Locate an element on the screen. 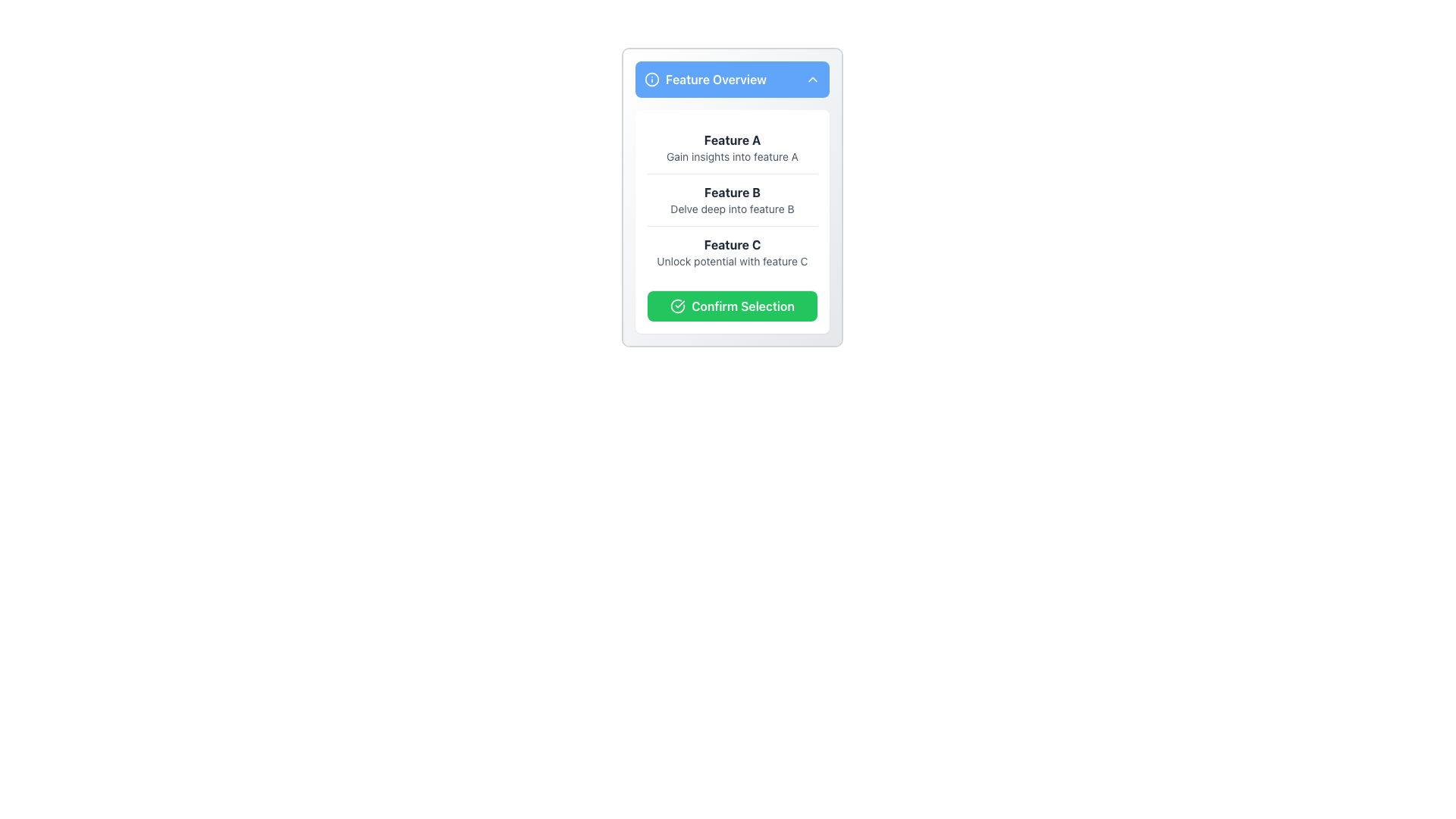 Image resolution: width=1456 pixels, height=819 pixels. the 'info' icon located to the left of the 'Feature Overview' heading is located at coordinates (651, 79).